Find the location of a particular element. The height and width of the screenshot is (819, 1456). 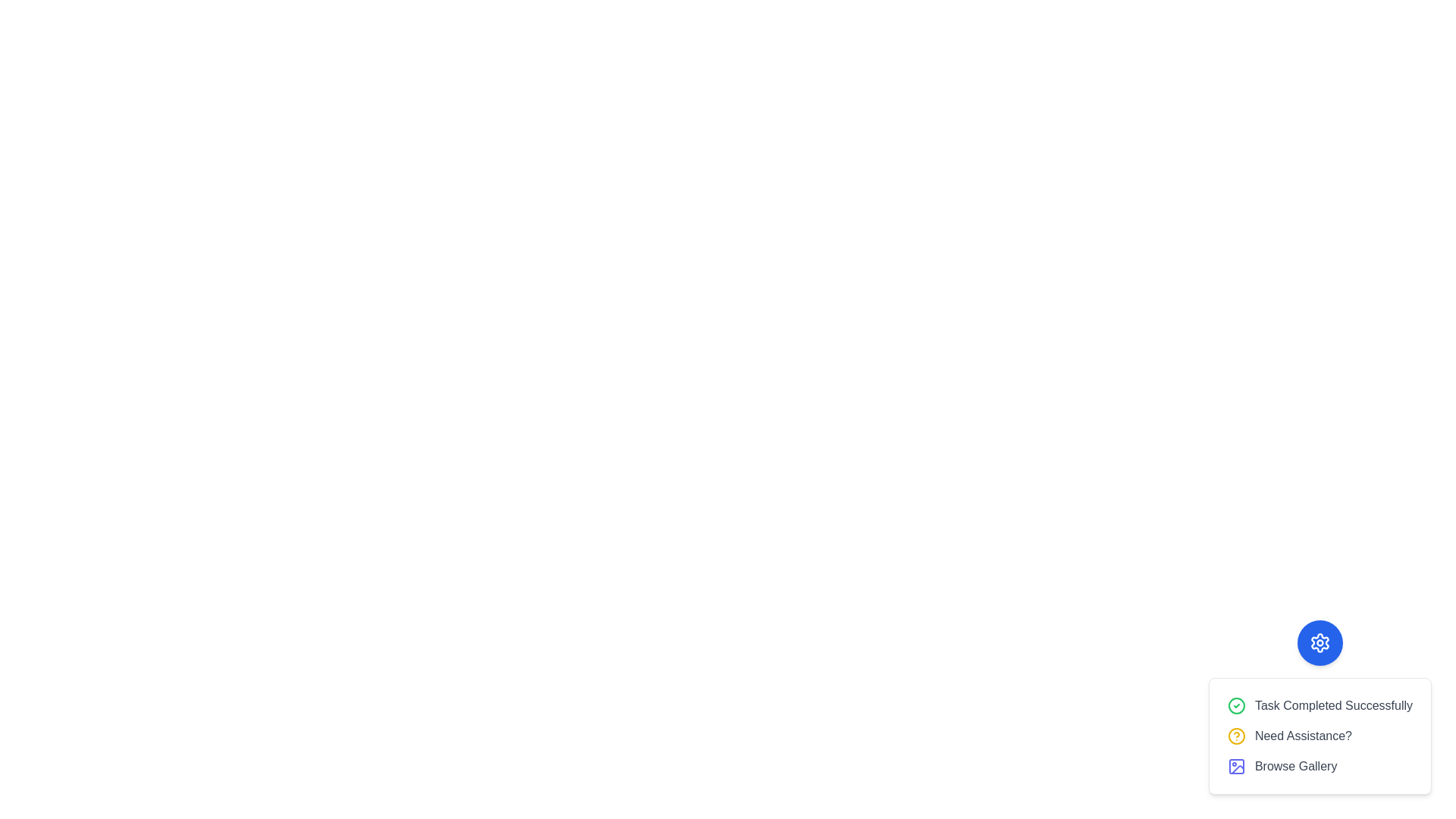

the gear icon in the bottom-right corner of the interface is located at coordinates (1319, 708).